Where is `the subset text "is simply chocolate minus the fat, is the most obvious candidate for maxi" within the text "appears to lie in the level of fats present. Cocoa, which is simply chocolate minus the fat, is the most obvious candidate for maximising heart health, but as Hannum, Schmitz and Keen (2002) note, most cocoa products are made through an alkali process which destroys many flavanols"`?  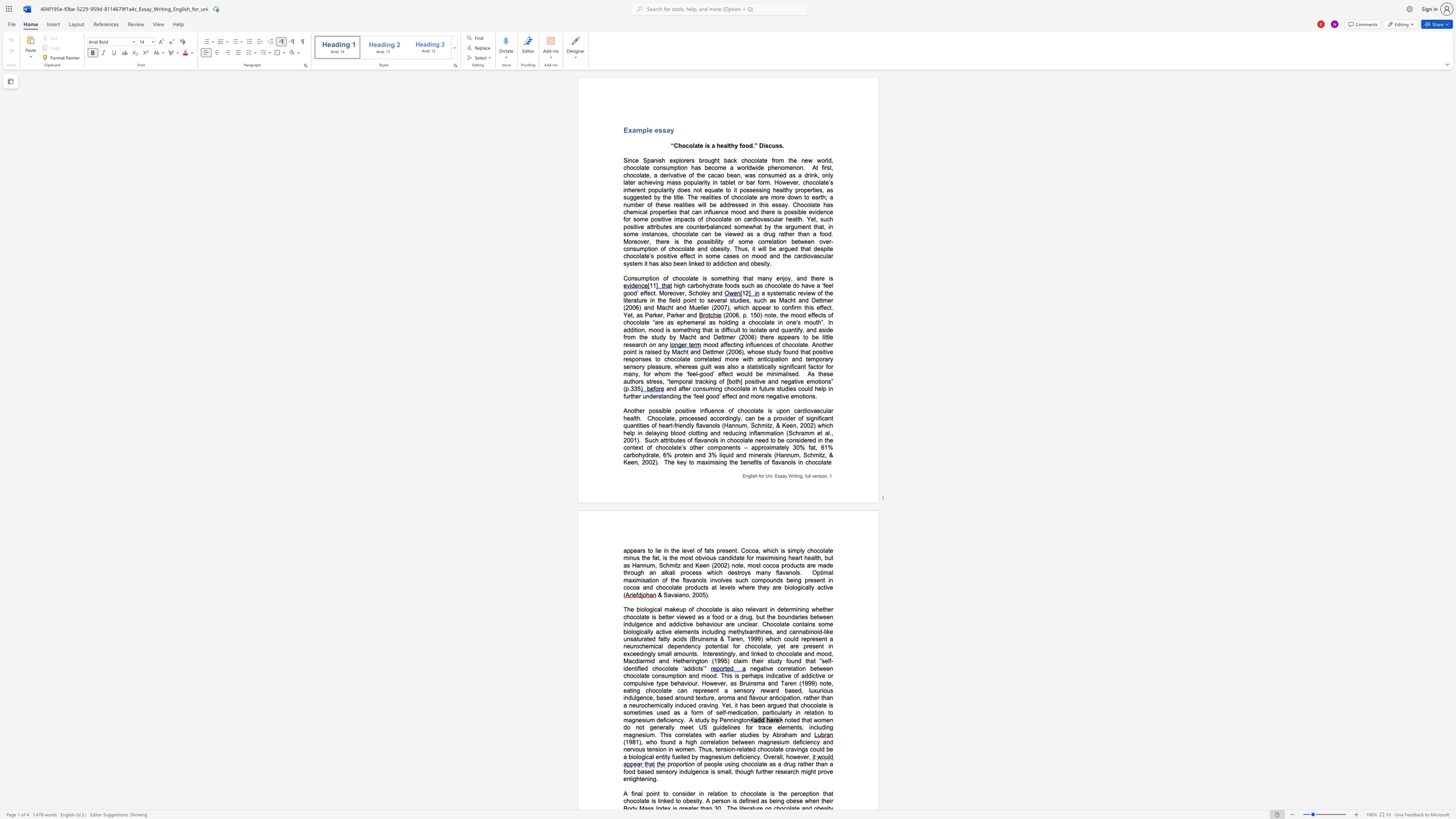
the subset text "is simply chocolate minus the fat, is the most obvious candidate for maxi" within the text "appears to lie in the level of fats present. Cocoa, which is simply chocolate minus the fat, is the most obvious candidate for maximising heart health, but as Hannum, Schmitz and Keen (2002) note, most cocoa products are made through an alkali process which destroys many flavanols" is located at coordinates (780, 551).